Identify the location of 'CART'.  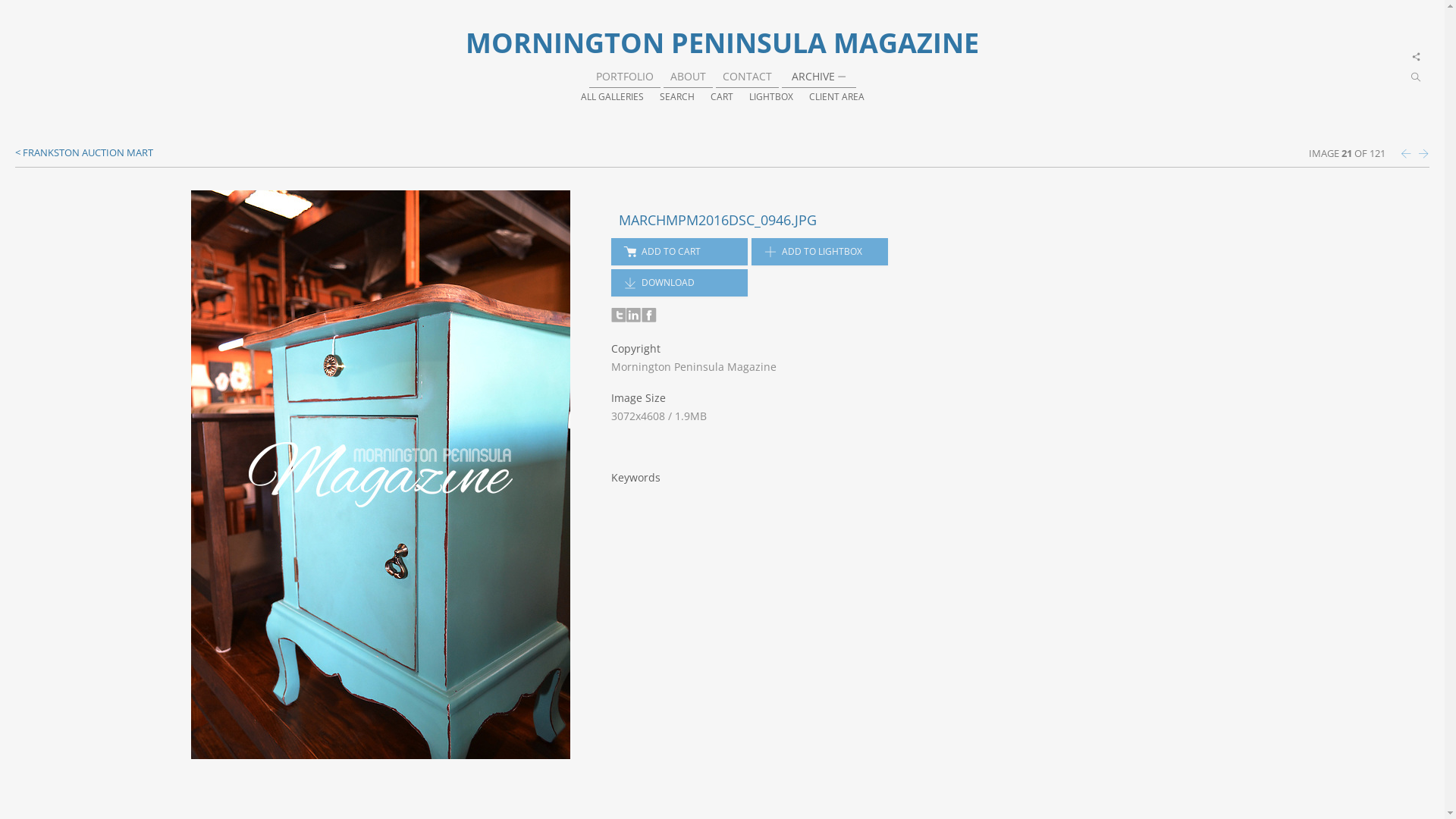
(720, 96).